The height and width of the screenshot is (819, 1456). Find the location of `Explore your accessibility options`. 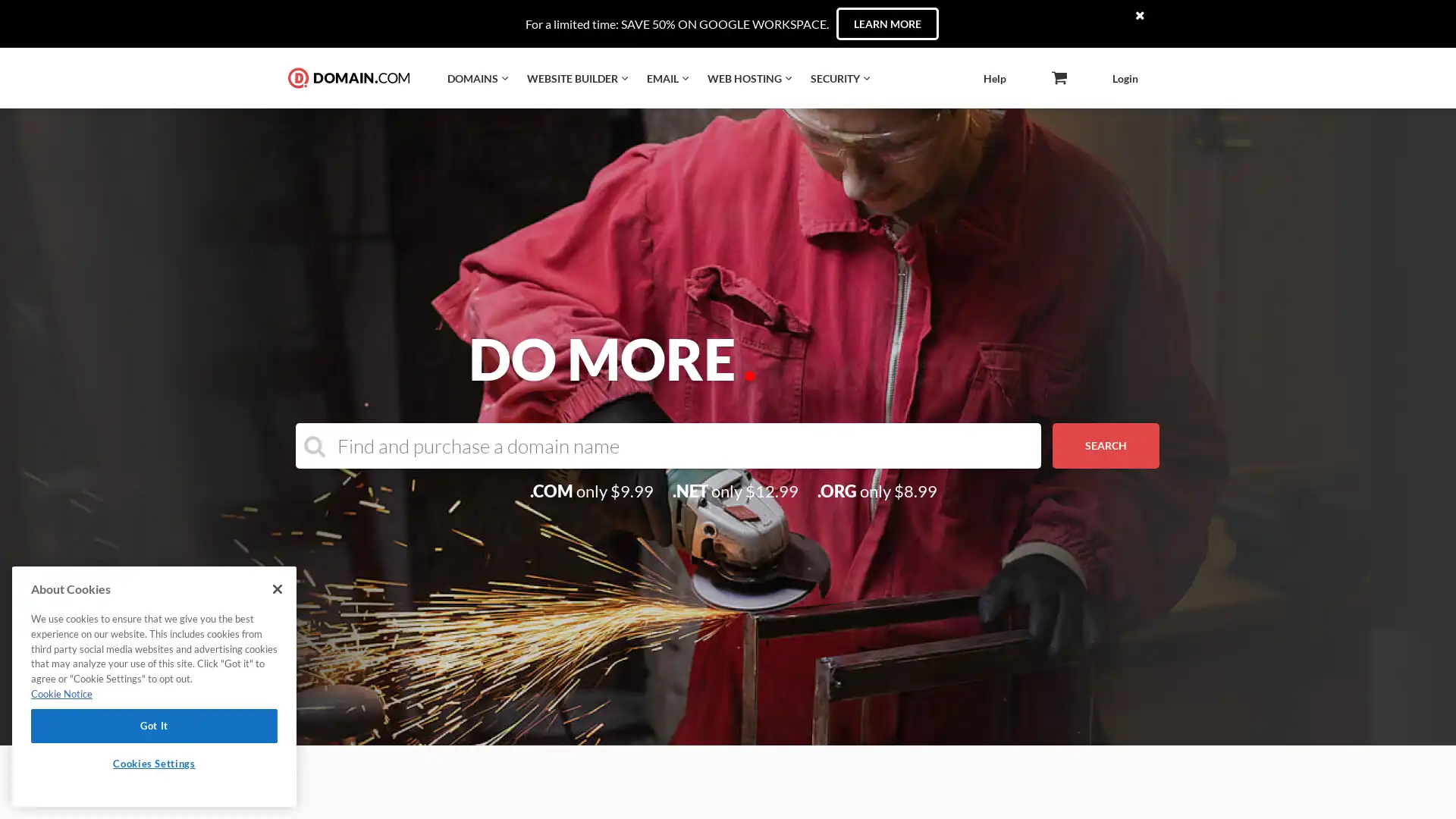

Explore your accessibility options is located at coordinates (1430, 742).